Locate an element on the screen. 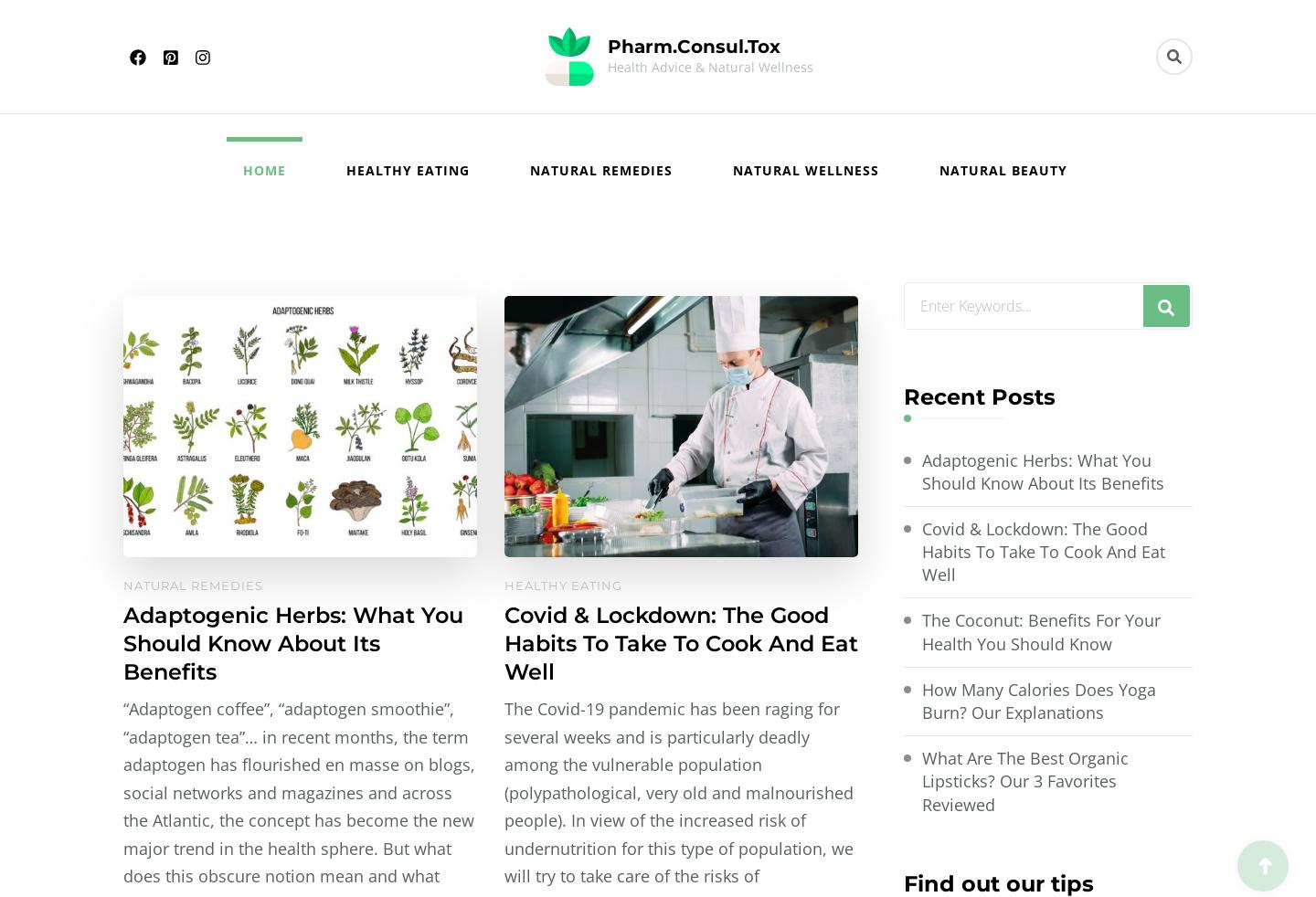  'Pharm.Consul.Tox' is located at coordinates (693, 45).